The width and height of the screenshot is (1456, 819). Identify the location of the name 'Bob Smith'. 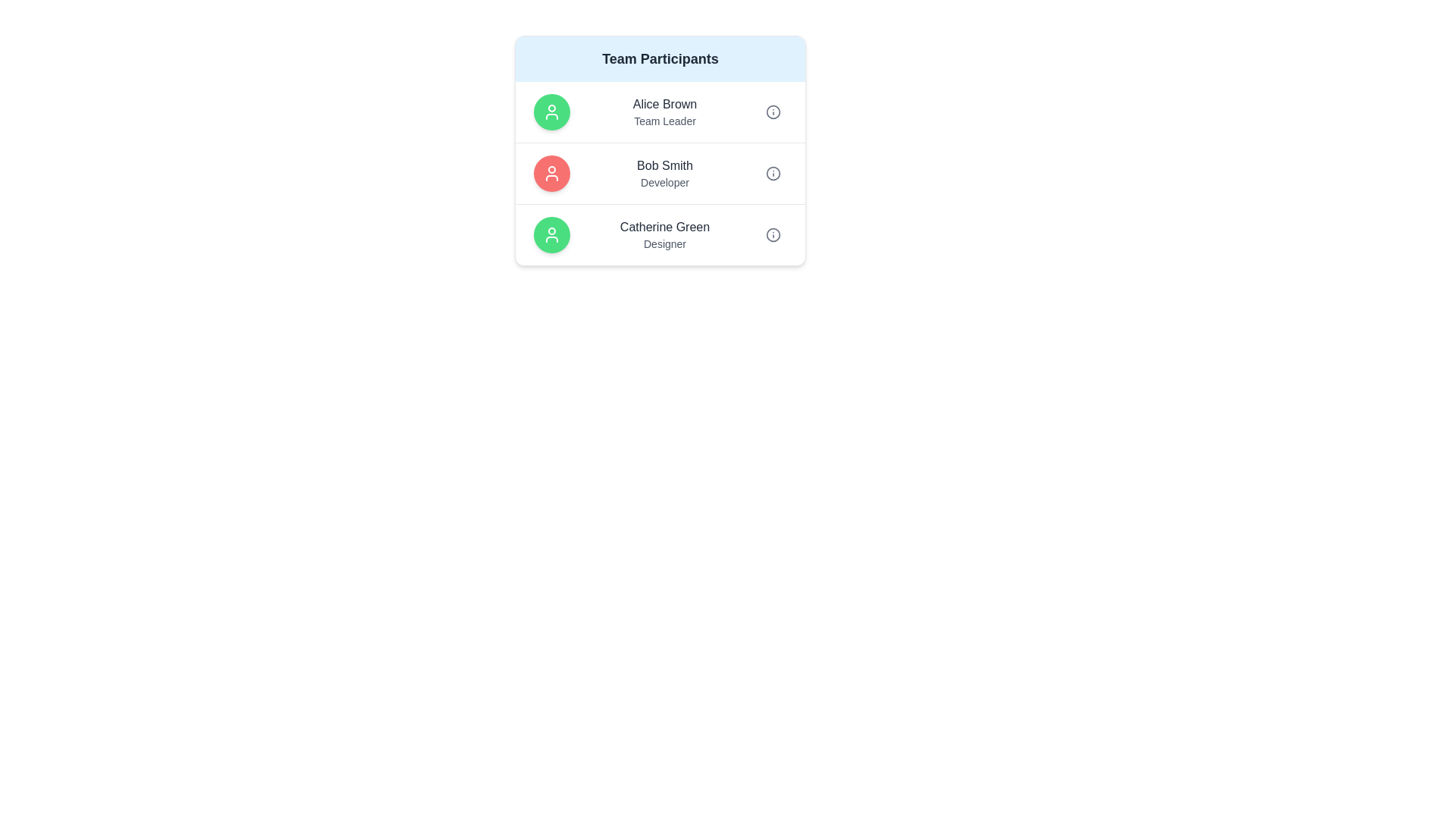
(660, 172).